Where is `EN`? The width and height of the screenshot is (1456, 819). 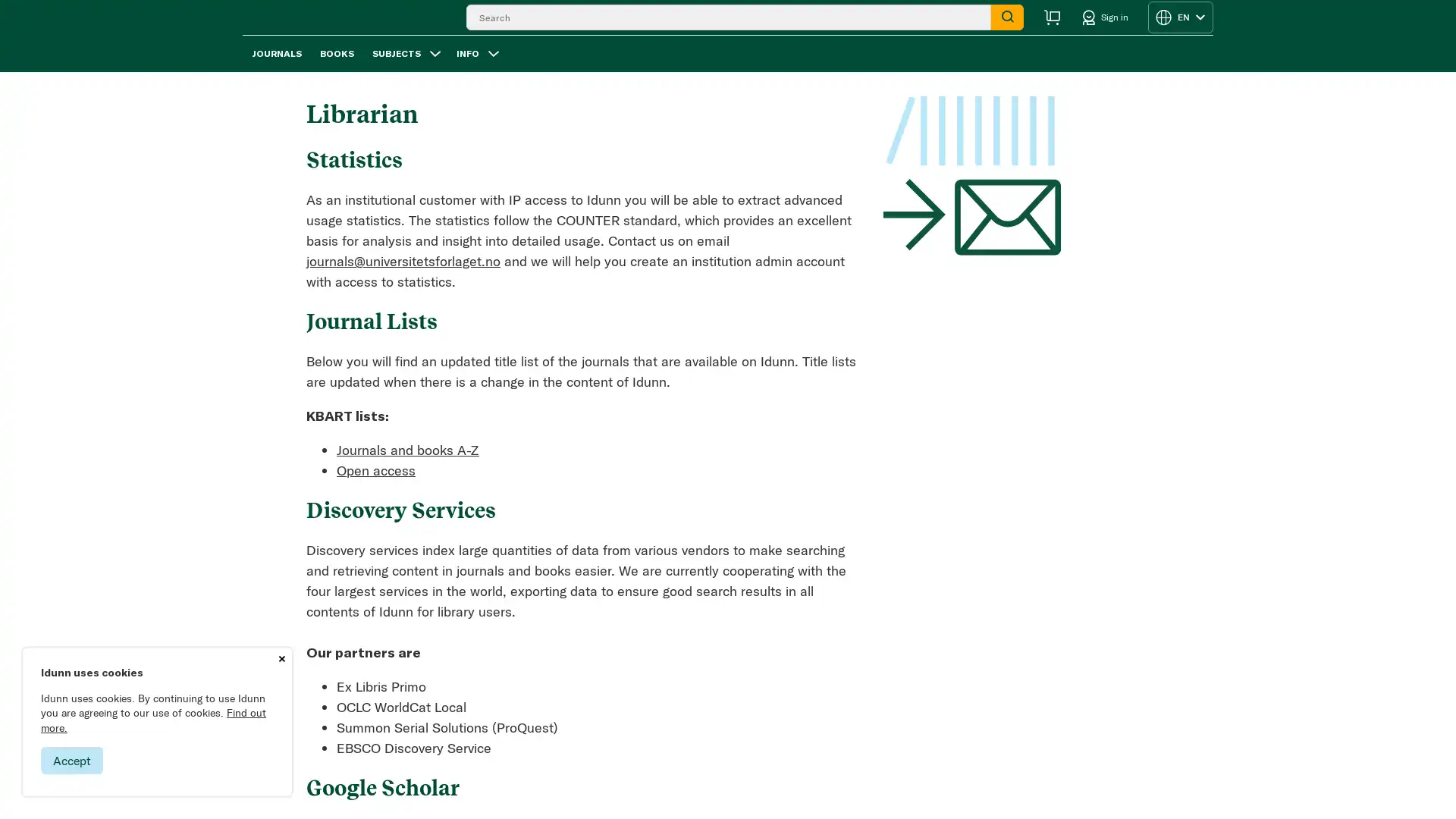
EN is located at coordinates (1179, 26).